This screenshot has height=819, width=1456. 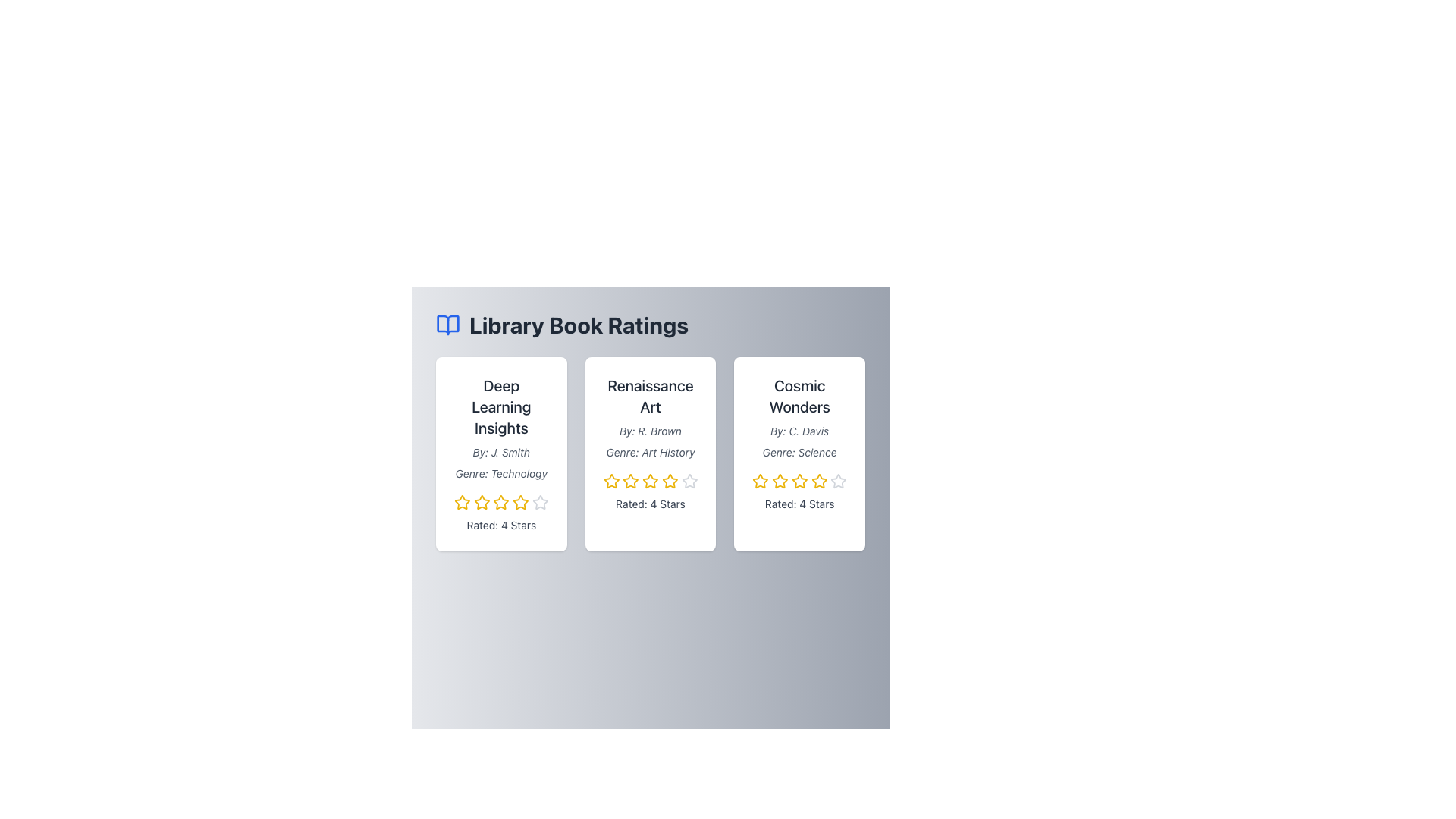 I want to click on the third star in the 5-star rating system for the book 'Deep Learning Insights', so click(x=481, y=503).